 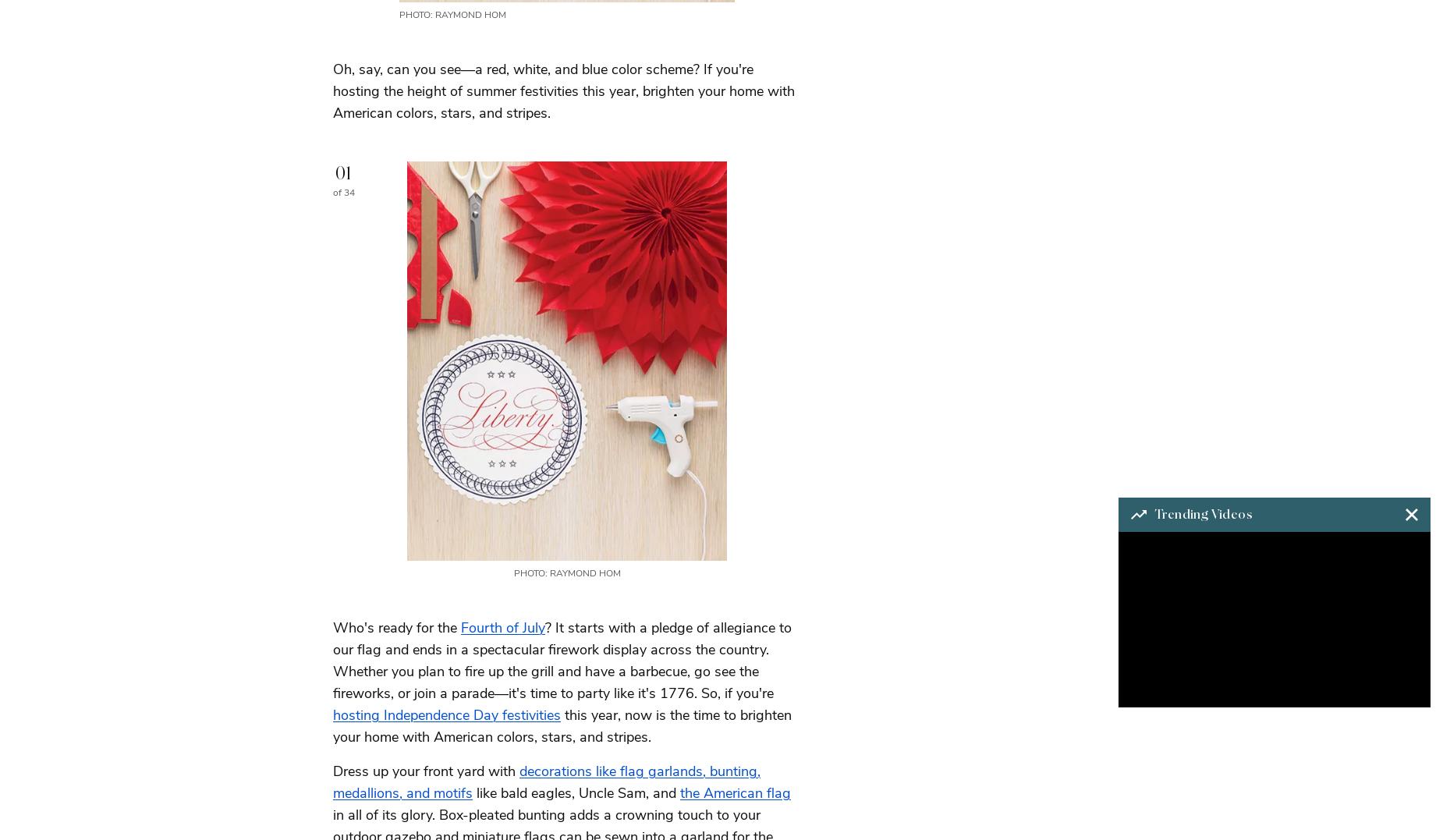 I want to click on 'like bald eagles, Uncle Sam, and', so click(x=576, y=792).